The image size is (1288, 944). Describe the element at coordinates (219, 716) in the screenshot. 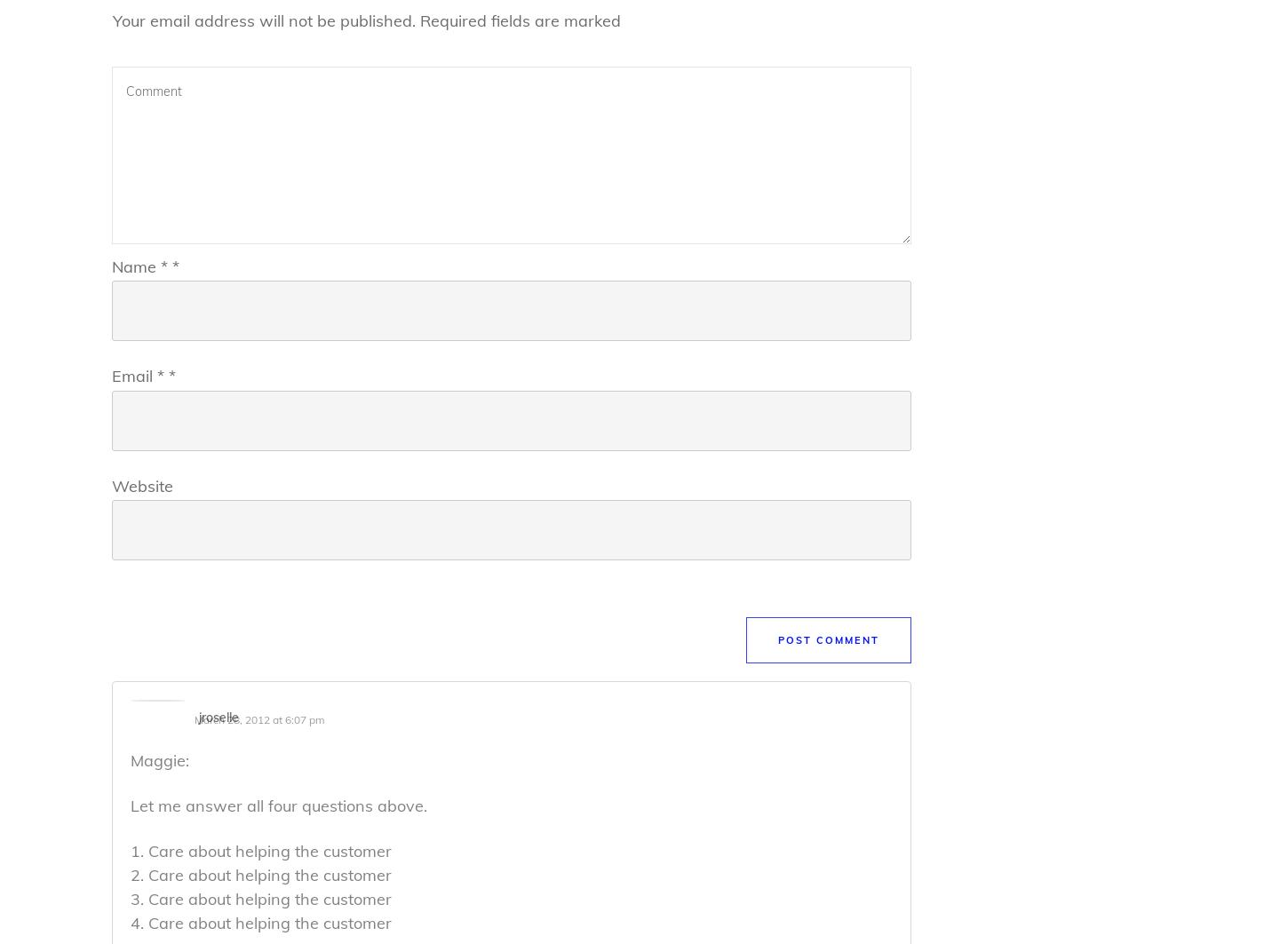

I see `'jroselle'` at that location.